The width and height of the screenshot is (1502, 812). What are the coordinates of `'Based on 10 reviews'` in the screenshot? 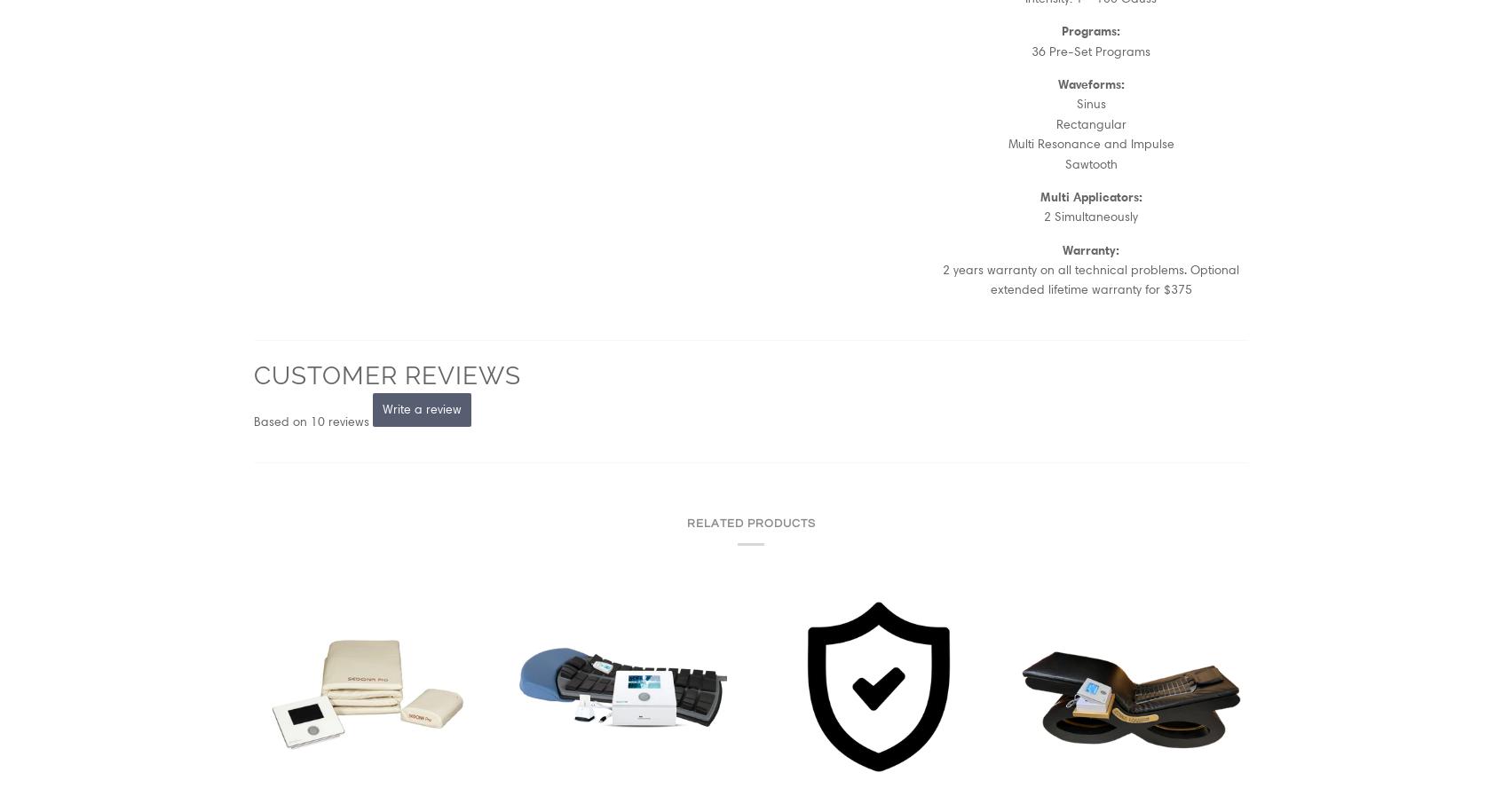 It's located at (310, 420).